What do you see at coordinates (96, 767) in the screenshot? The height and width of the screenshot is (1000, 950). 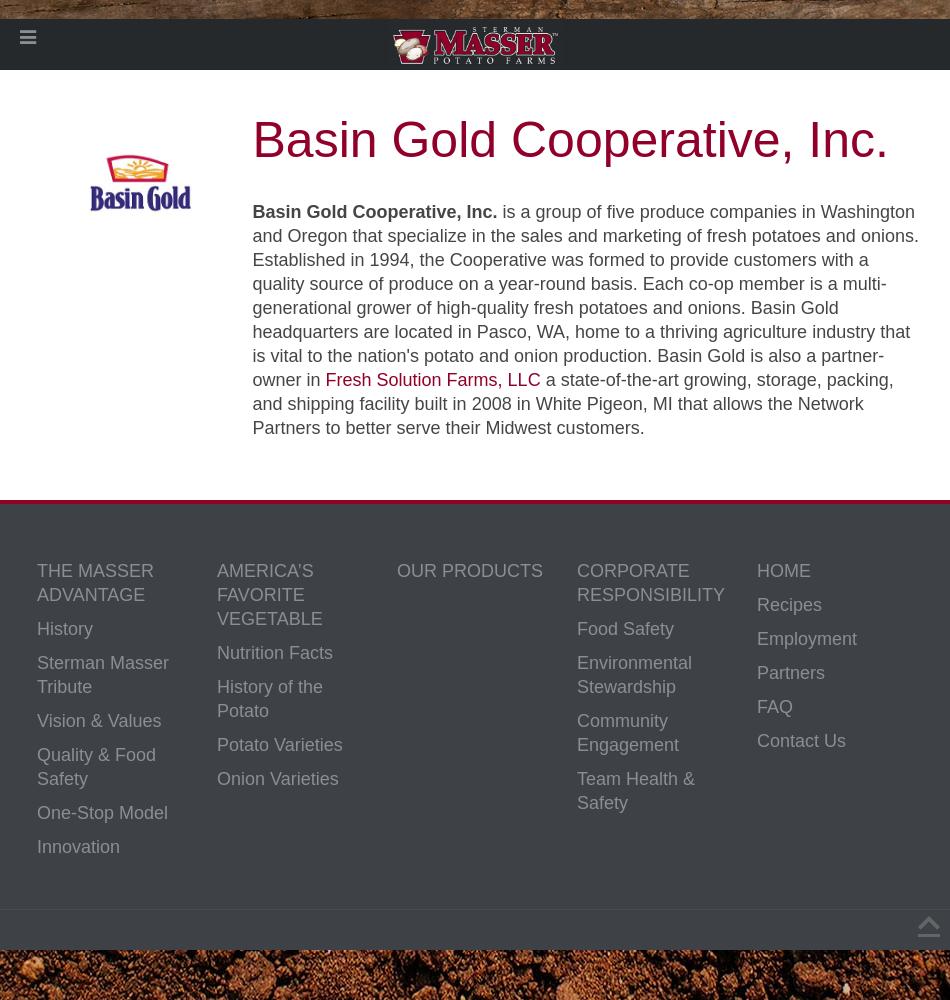 I see `'Quality & Food Safety'` at bounding box center [96, 767].